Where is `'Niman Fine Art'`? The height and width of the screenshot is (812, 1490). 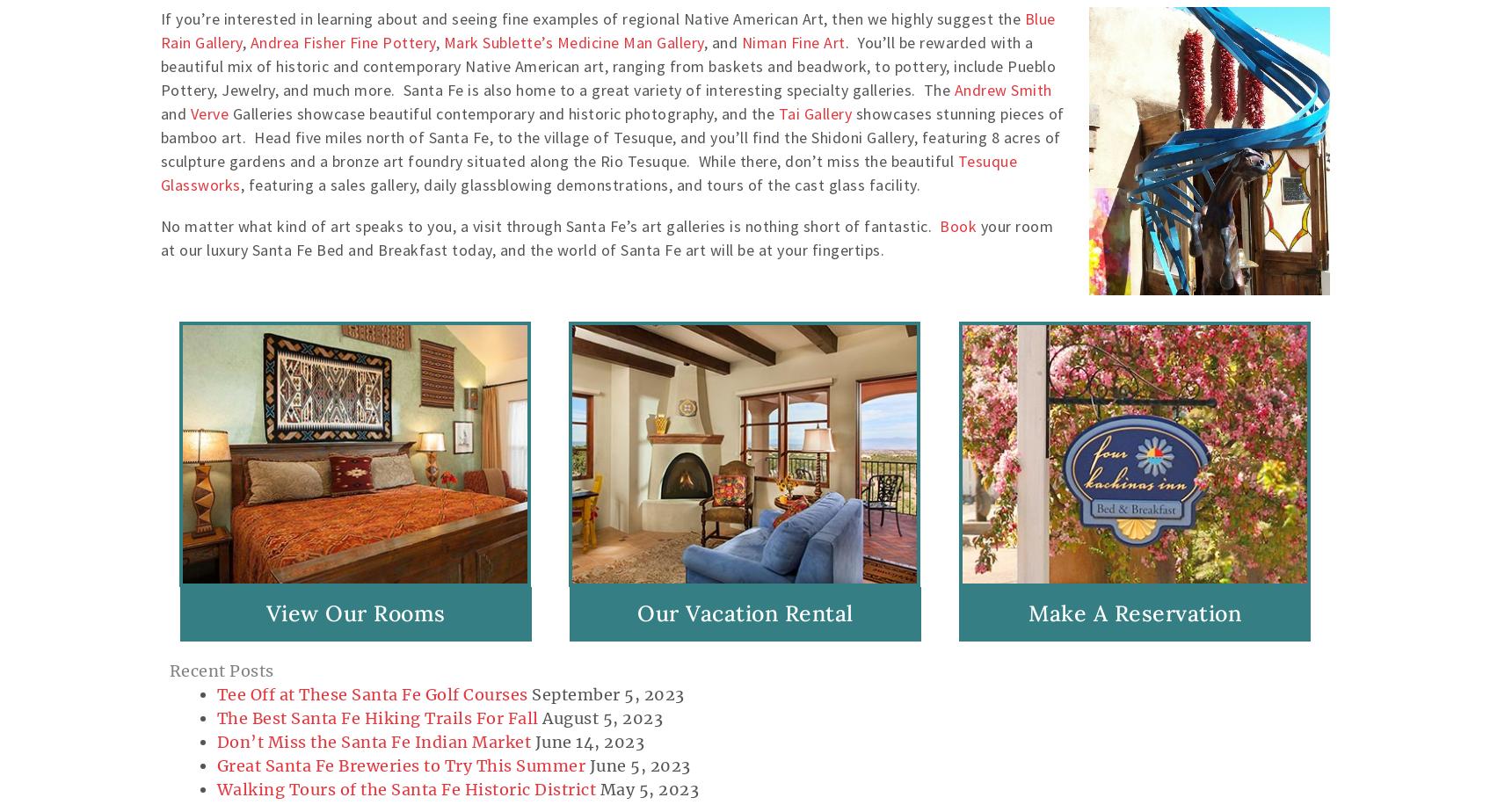 'Niman Fine Art' is located at coordinates (792, 41).